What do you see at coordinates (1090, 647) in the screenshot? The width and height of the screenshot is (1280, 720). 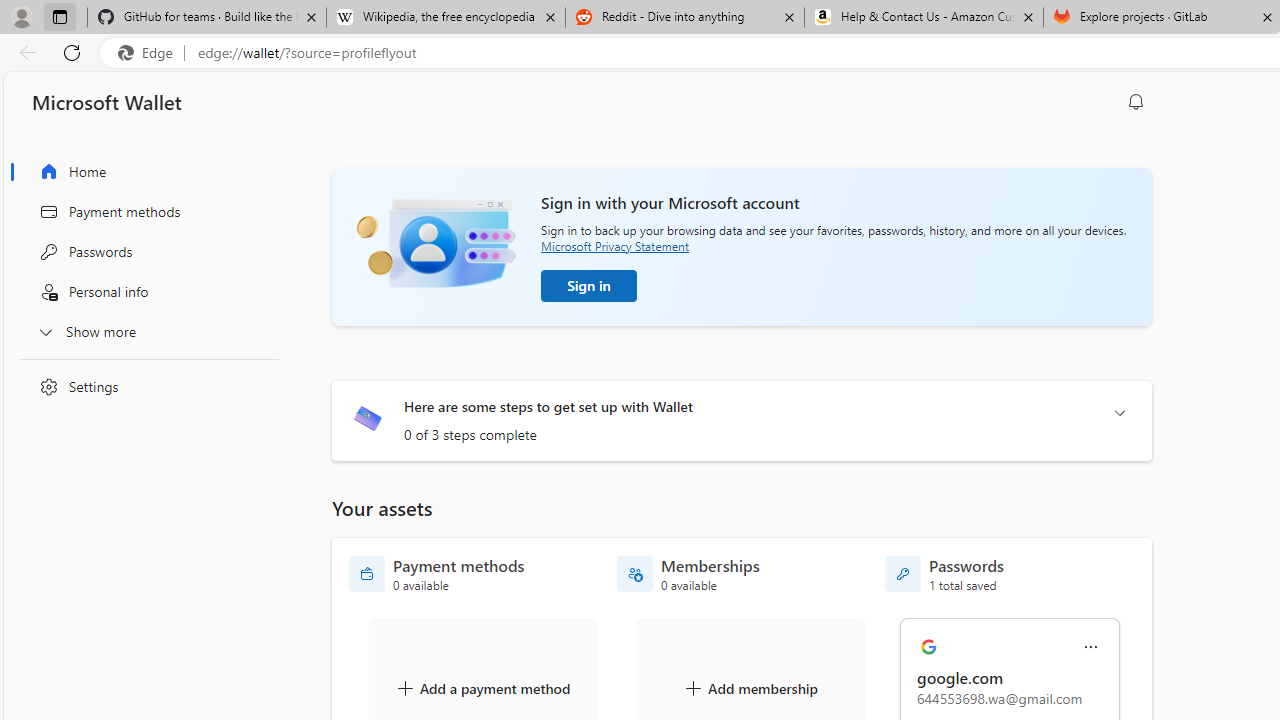 I see `'More actions'` at bounding box center [1090, 647].